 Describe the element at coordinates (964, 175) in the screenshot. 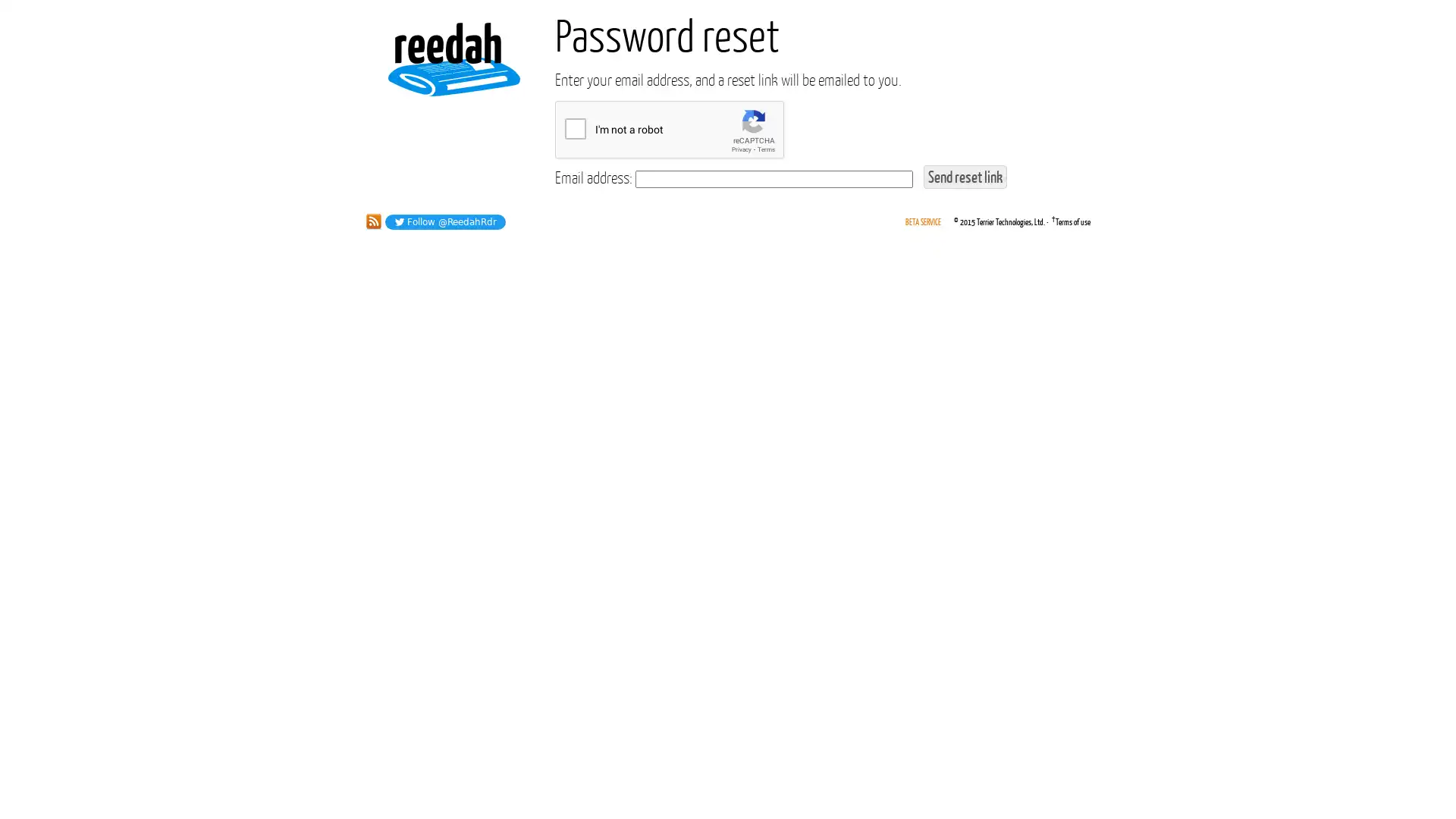

I see `Send reset link` at that location.